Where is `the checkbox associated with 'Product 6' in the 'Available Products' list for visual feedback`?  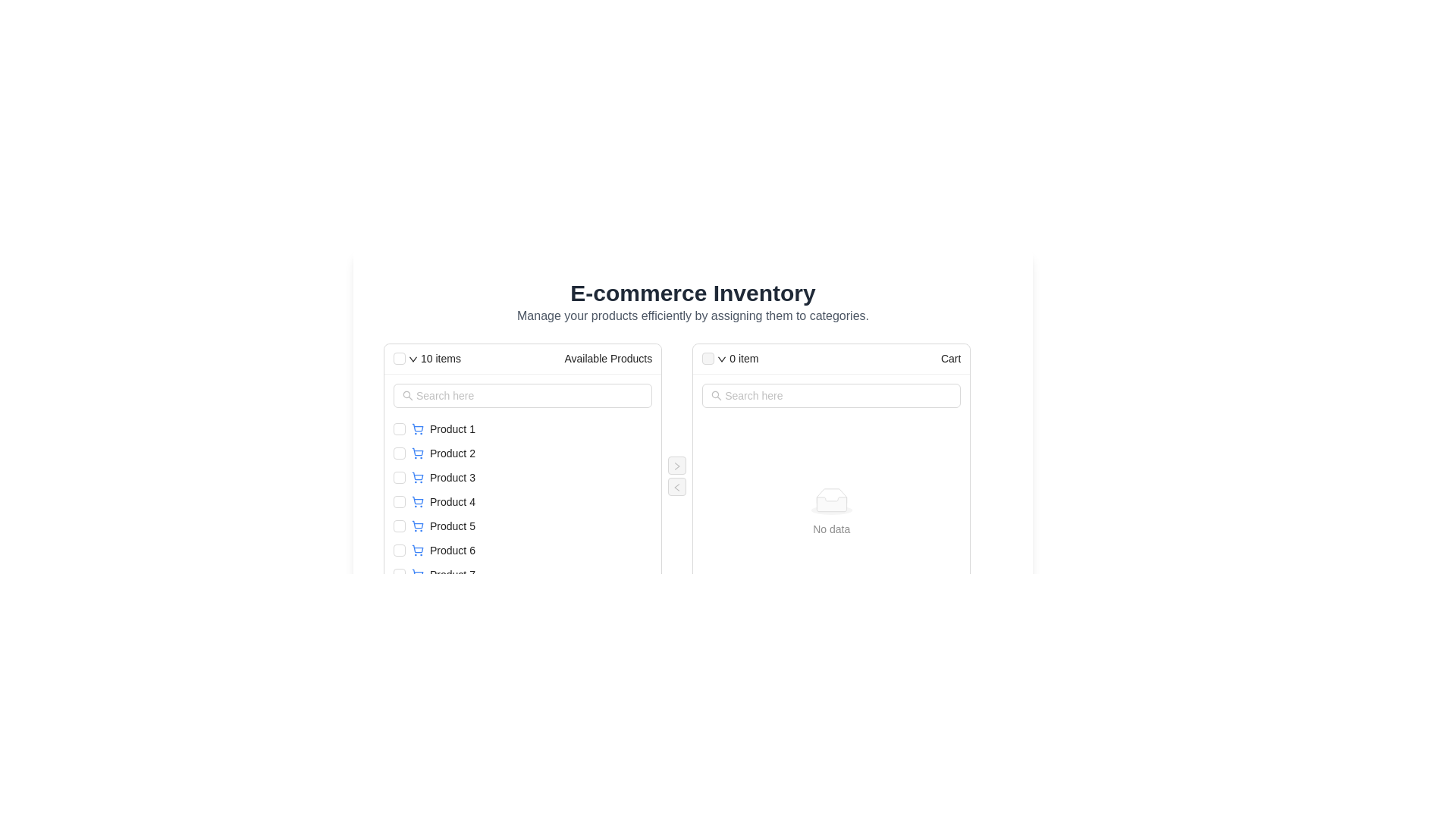
the checkbox associated with 'Product 6' in the 'Available Products' list for visual feedback is located at coordinates (400, 550).